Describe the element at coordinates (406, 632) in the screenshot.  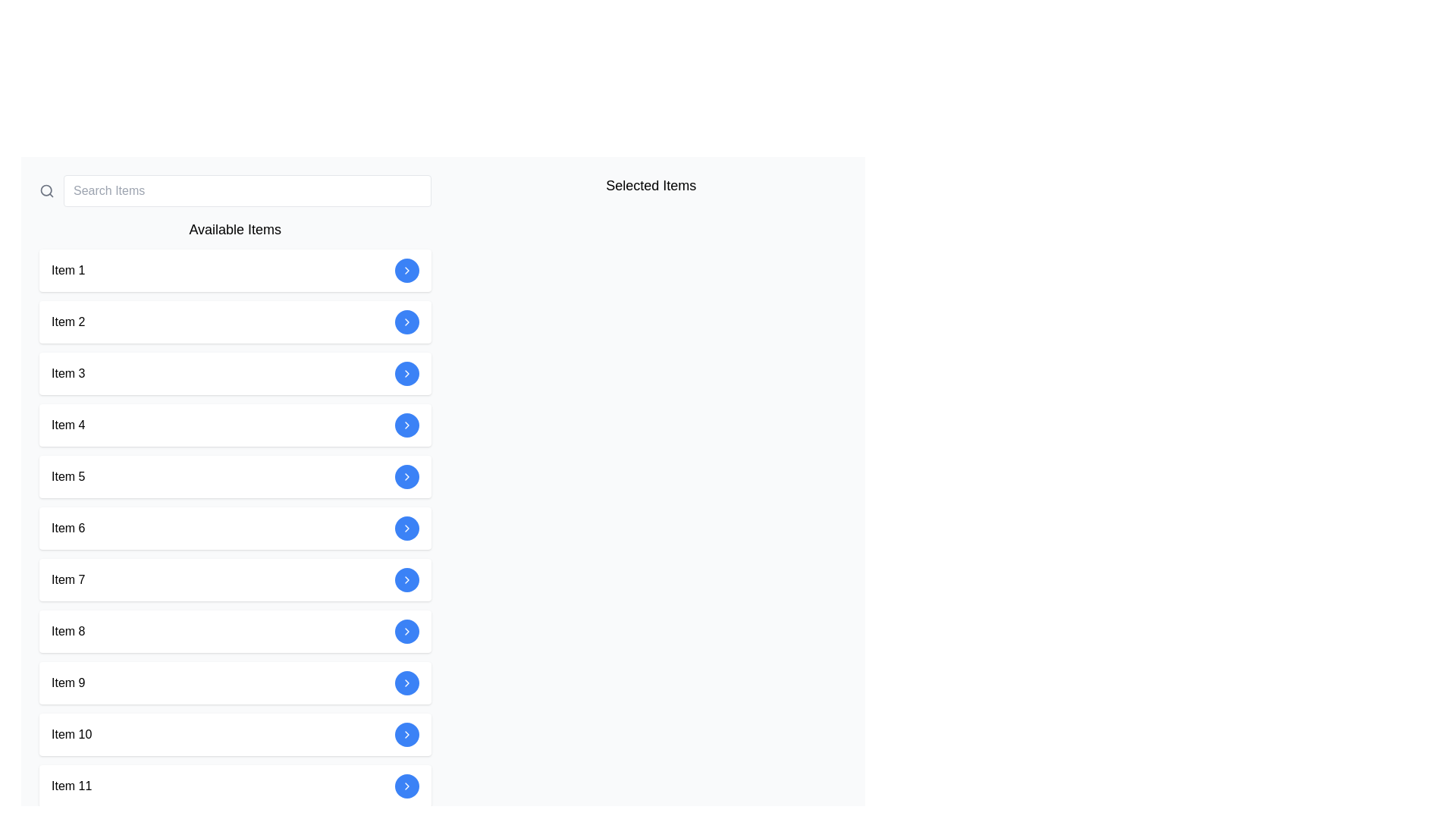
I see `the navigational button located to the far-right of the 'Item 8' block` at that location.